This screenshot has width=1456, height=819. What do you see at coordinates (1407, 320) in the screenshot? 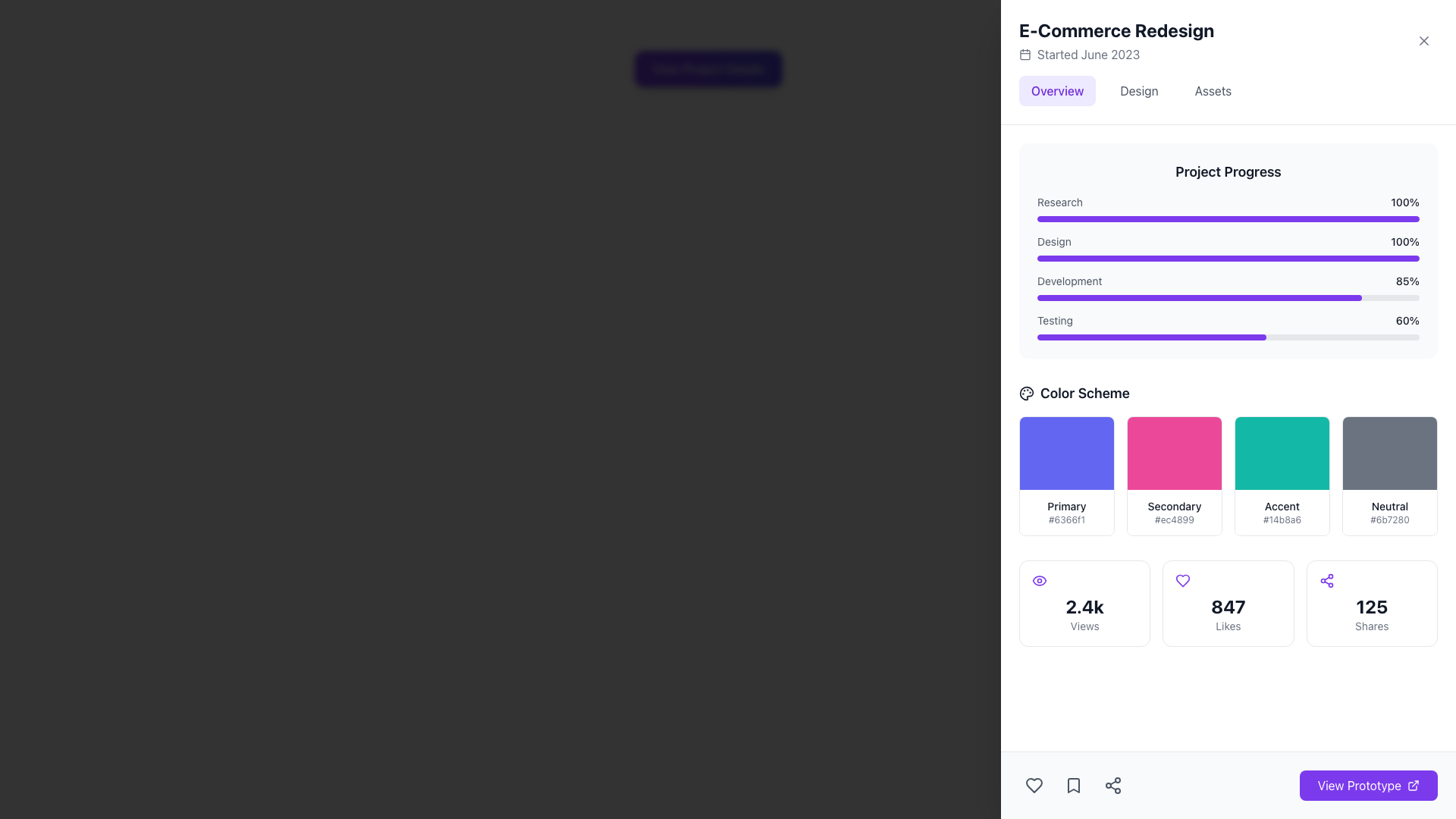
I see `text value '60%' displayed in a gray-black font adjacent to the 'Testing' progress bar in the Project Progress section` at bounding box center [1407, 320].